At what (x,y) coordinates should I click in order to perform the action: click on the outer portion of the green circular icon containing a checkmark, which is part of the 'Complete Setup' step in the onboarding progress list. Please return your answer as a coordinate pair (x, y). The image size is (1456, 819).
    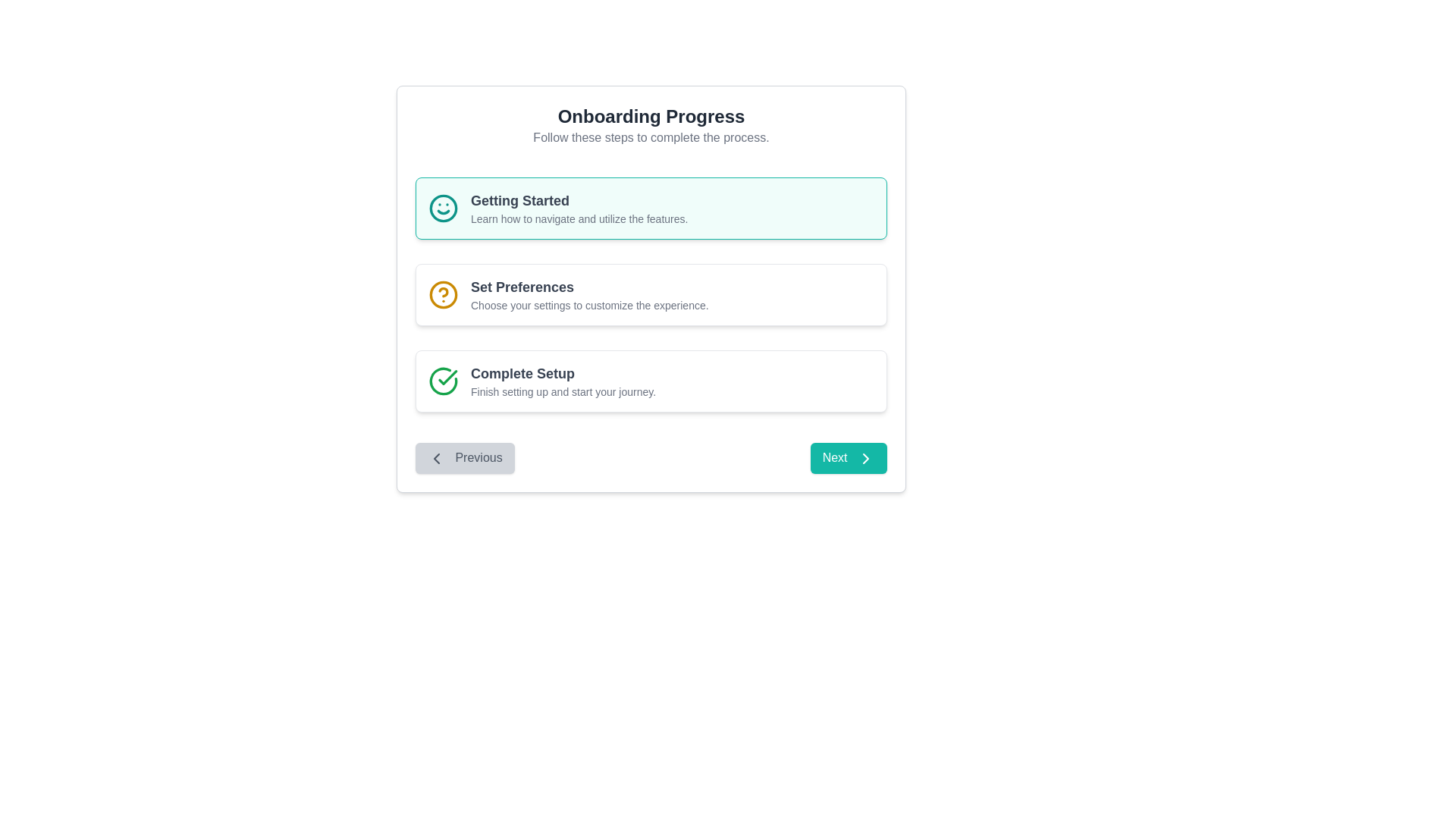
    Looking at the image, I should click on (443, 380).